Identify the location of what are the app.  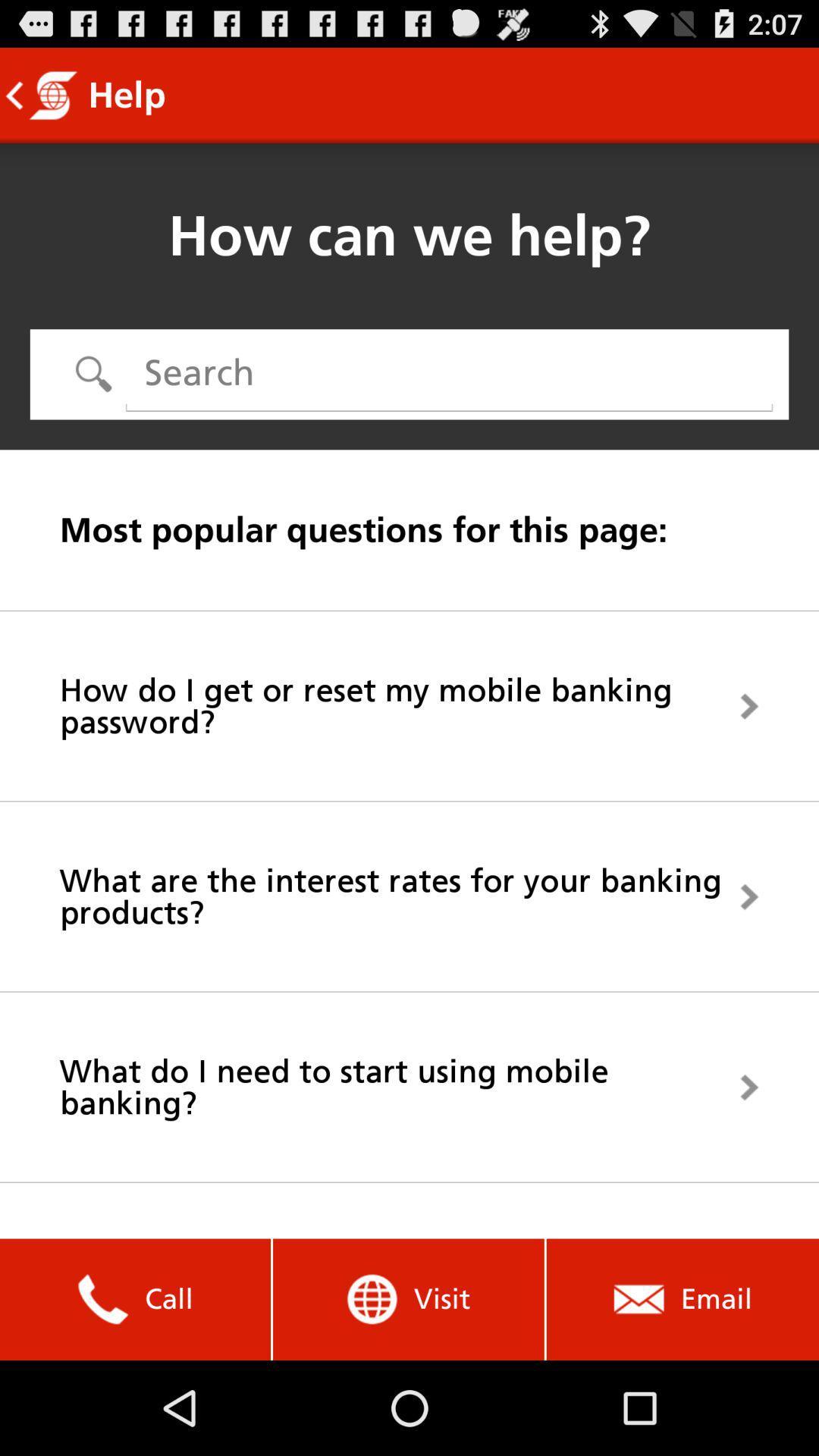
(409, 896).